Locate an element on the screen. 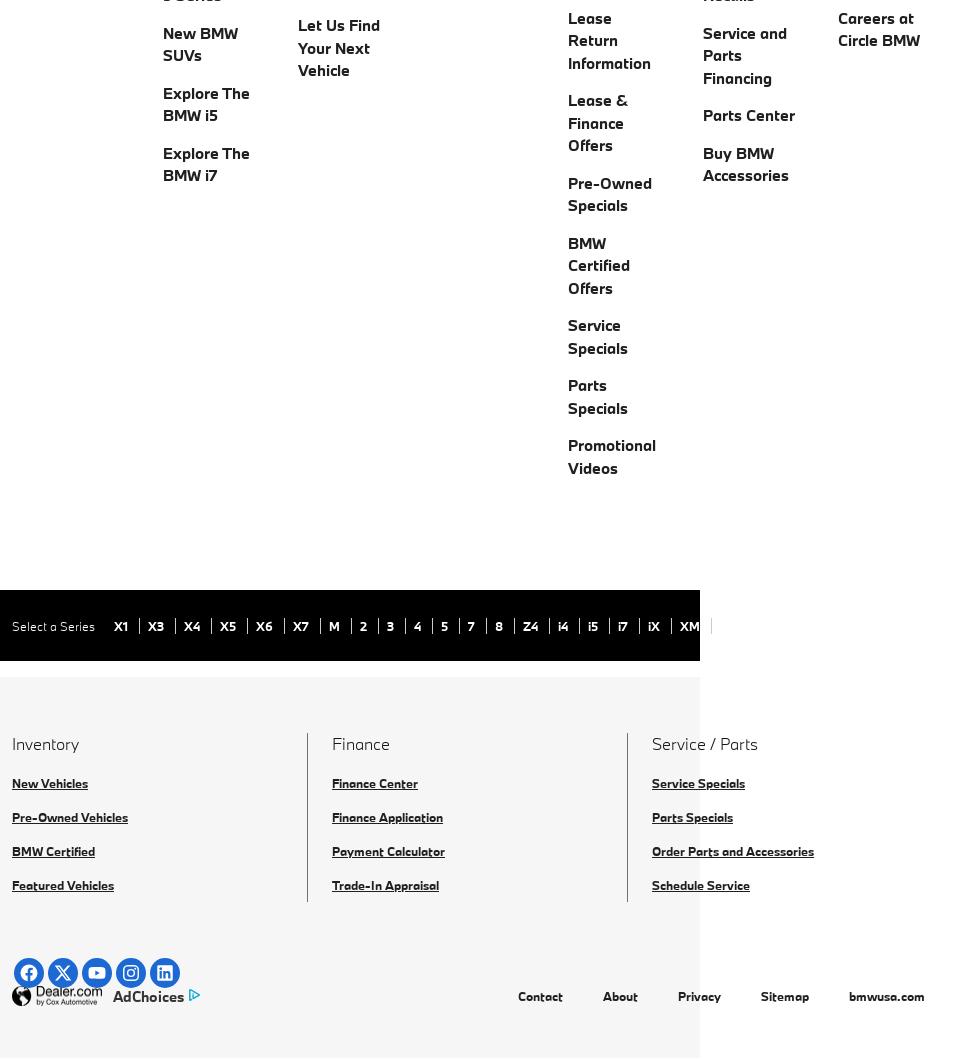 This screenshot has width=960, height=1059. 'Promotional Videos' is located at coordinates (568, 456).